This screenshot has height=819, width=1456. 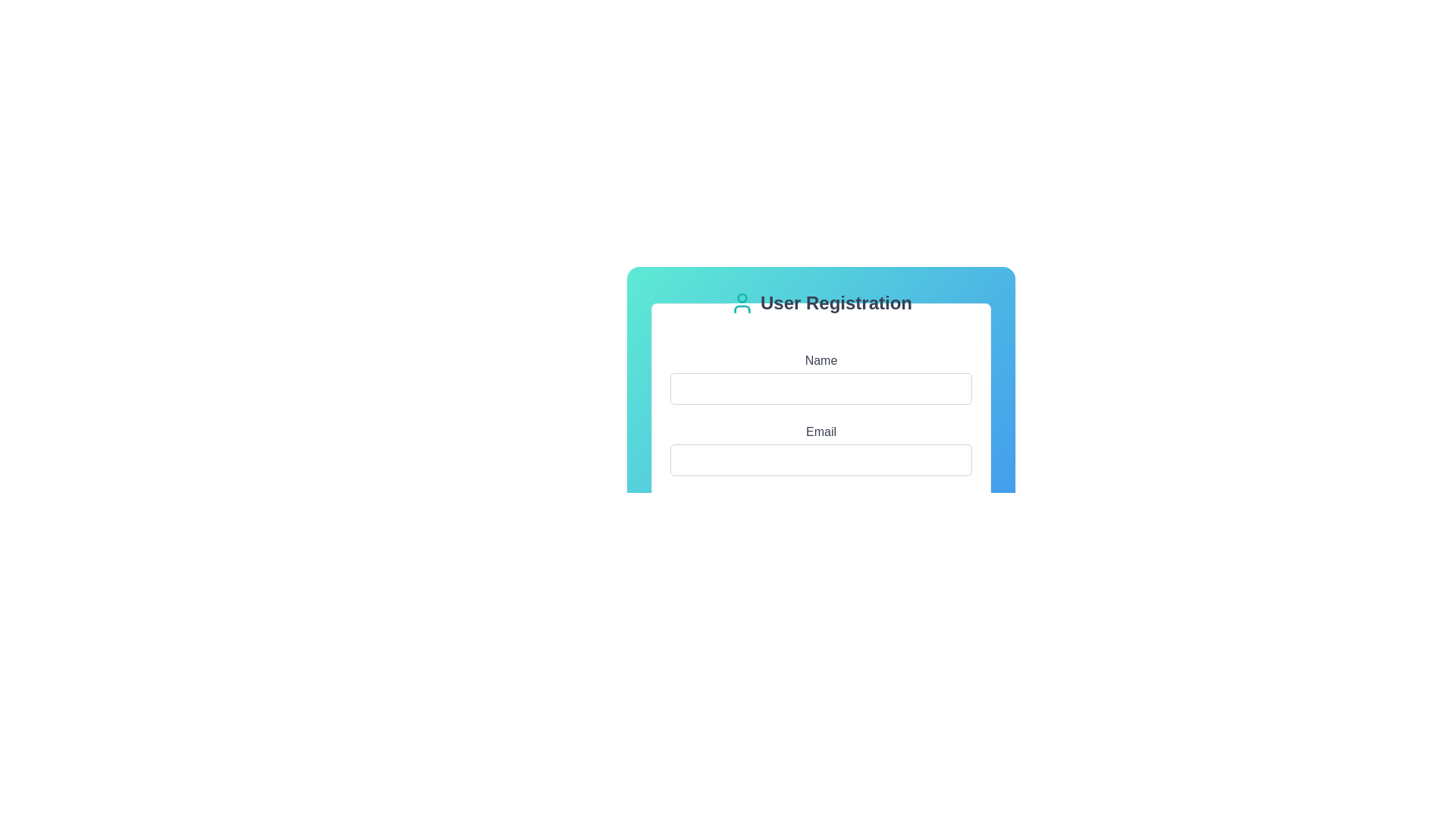 I want to click on the 'Name' text label, which is a medium-sized dark gray label positioned above the name input box in the registration form, so click(x=821, y=360).